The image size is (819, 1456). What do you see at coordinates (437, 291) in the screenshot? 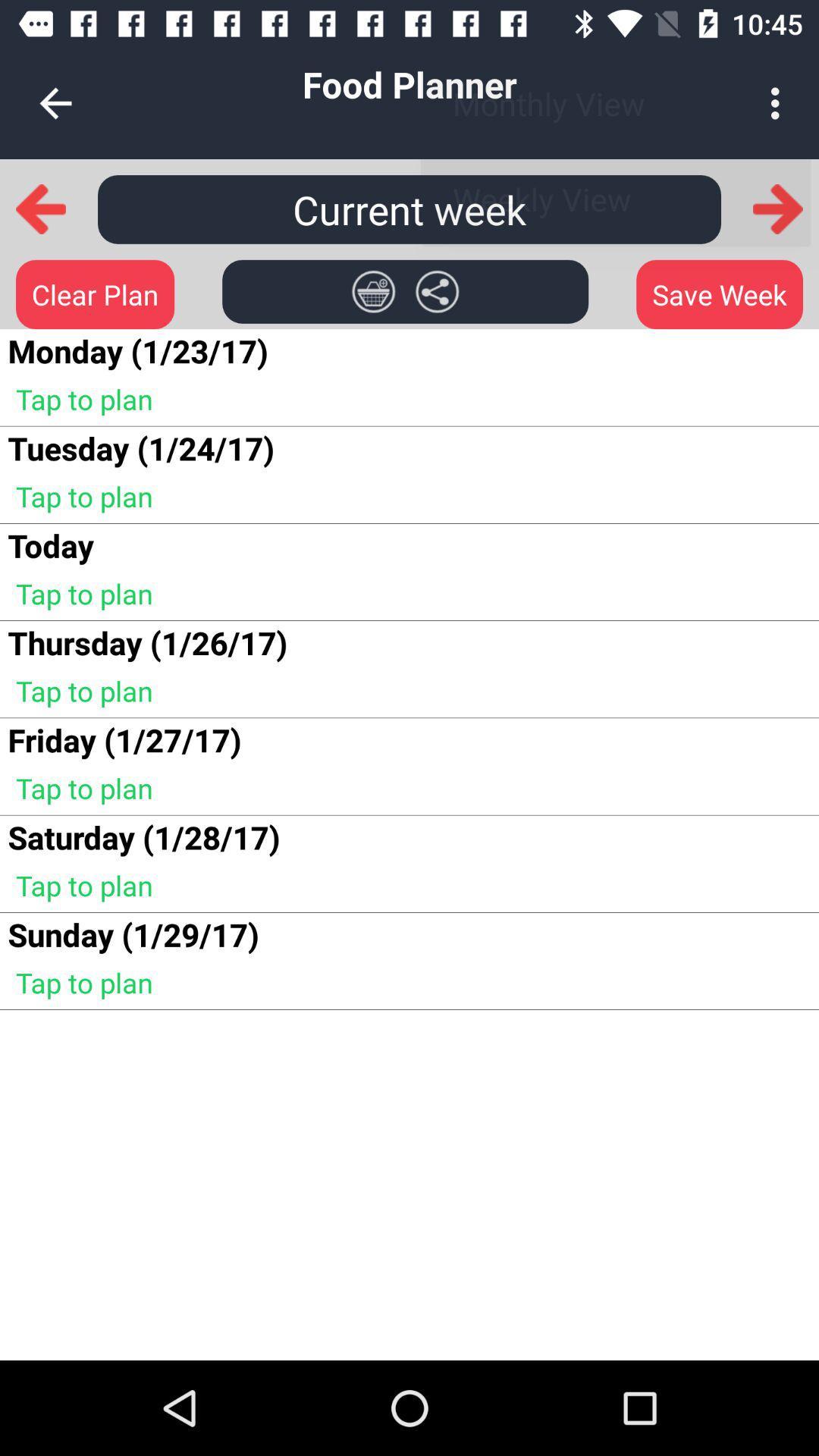
I see `share option` at bounding box center [437, 291].